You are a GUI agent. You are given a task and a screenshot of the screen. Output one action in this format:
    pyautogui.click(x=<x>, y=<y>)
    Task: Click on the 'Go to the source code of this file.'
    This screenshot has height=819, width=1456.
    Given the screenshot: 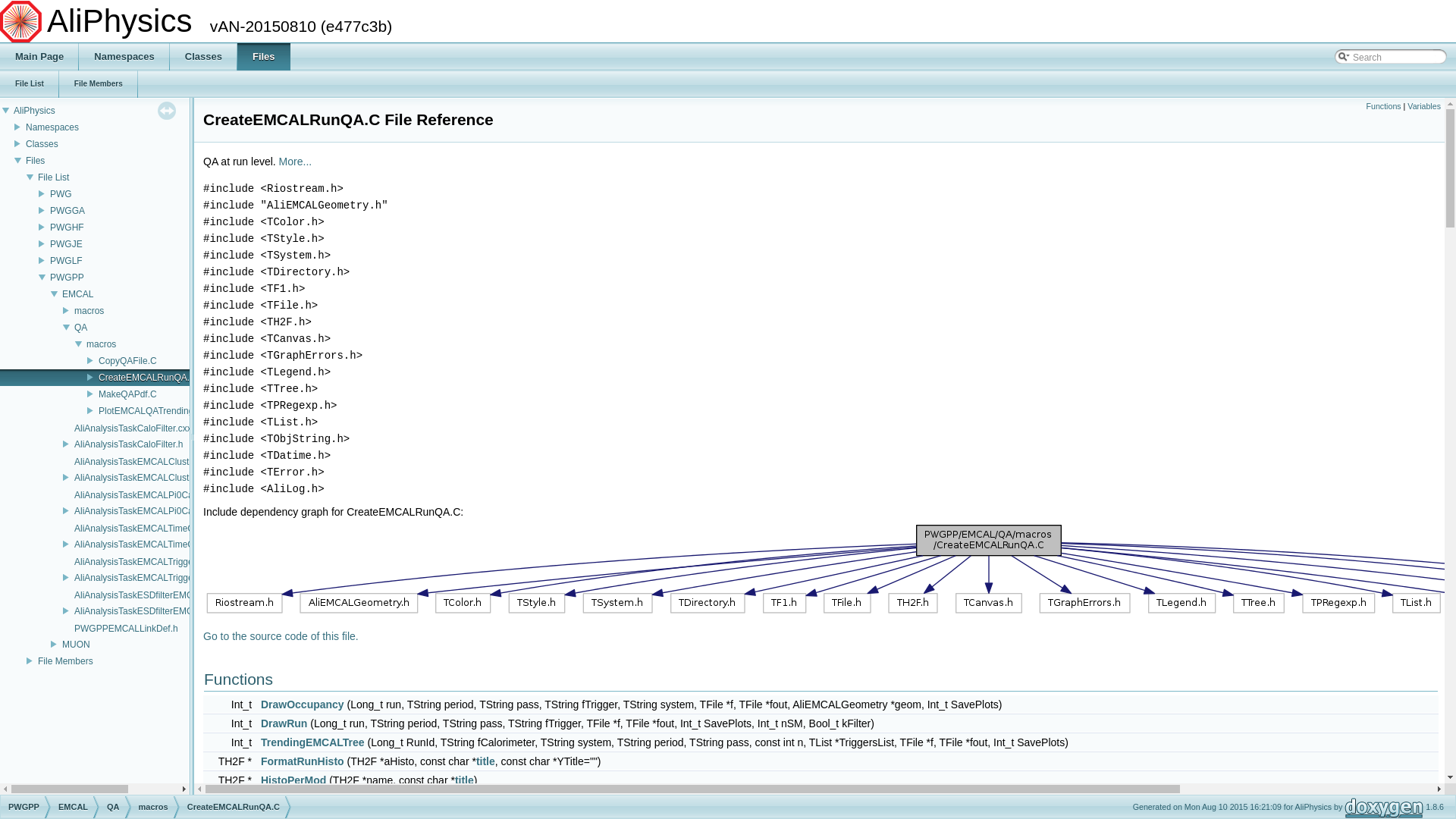 What is the action you would take?
    pyautogui.click(x=202, y=636)
    